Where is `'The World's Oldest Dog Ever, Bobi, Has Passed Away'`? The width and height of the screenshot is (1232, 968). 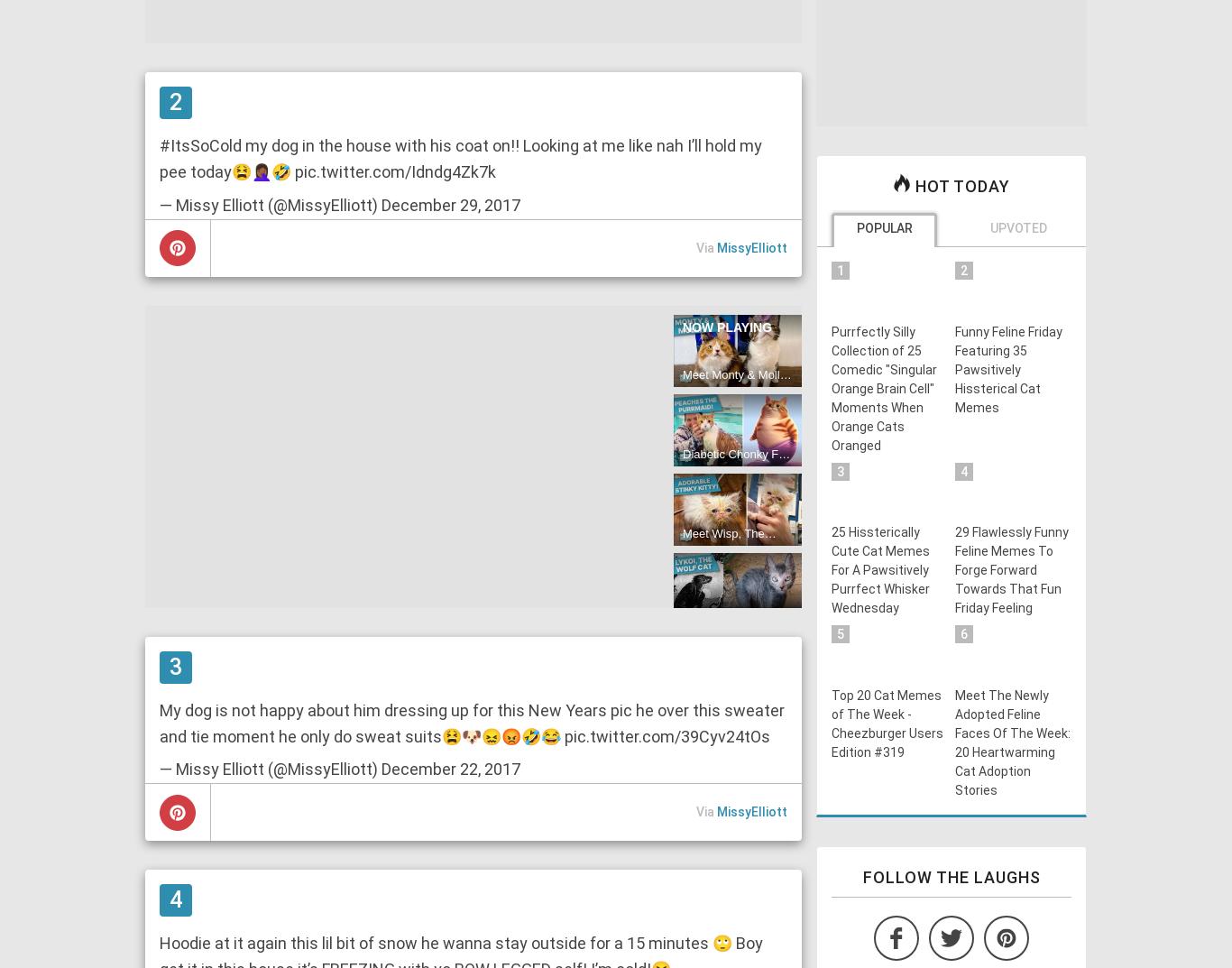
'The World's Oldest Dog Ever, Bobi, Has Passed Away' is located at coordinates (734, 705).